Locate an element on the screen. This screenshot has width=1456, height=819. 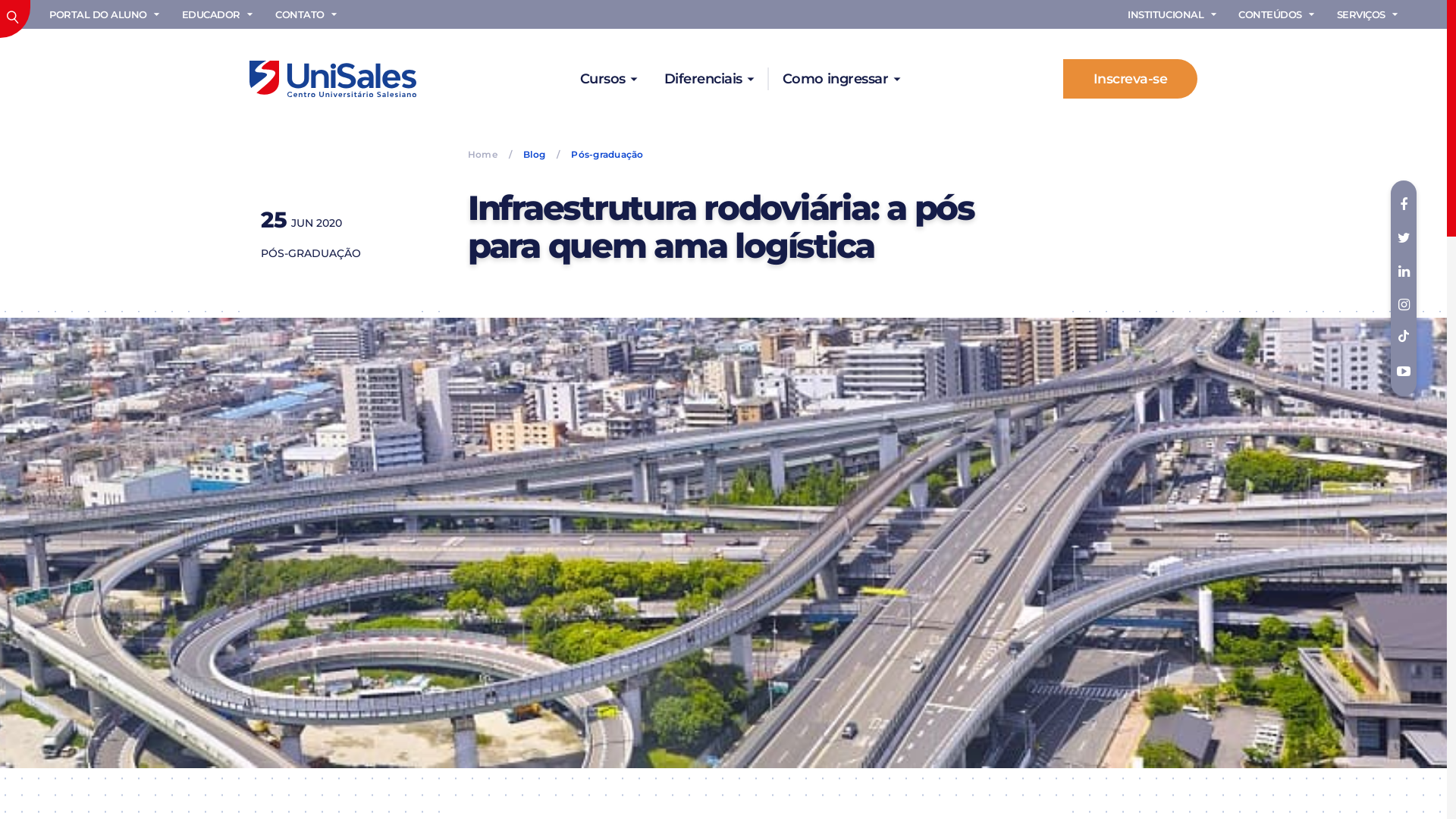
'Inscreva-se' is located at coordinates (1130, 79).